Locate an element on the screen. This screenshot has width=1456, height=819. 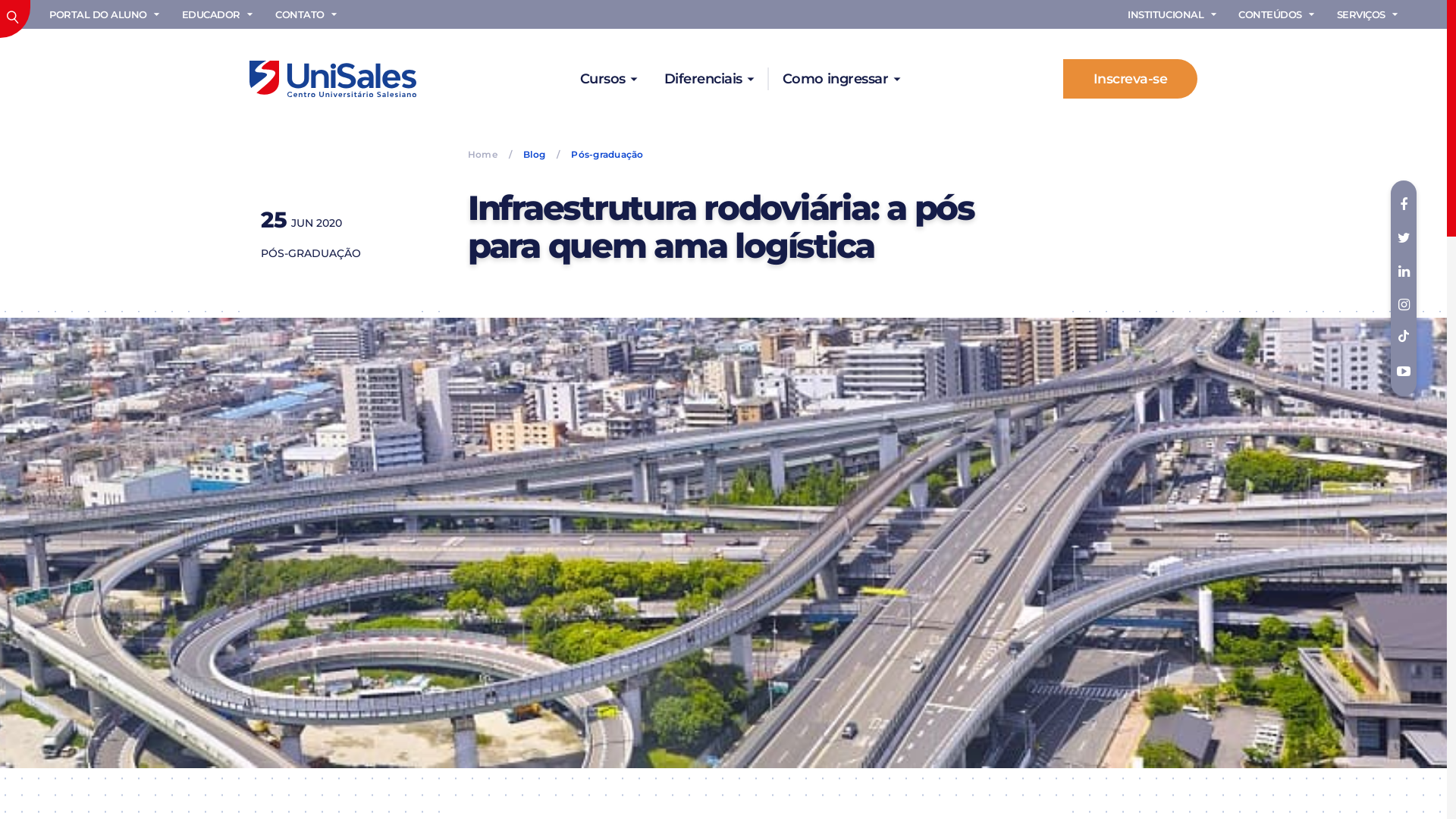
'Inscreva-se' is located at coordinates (1130, 79).